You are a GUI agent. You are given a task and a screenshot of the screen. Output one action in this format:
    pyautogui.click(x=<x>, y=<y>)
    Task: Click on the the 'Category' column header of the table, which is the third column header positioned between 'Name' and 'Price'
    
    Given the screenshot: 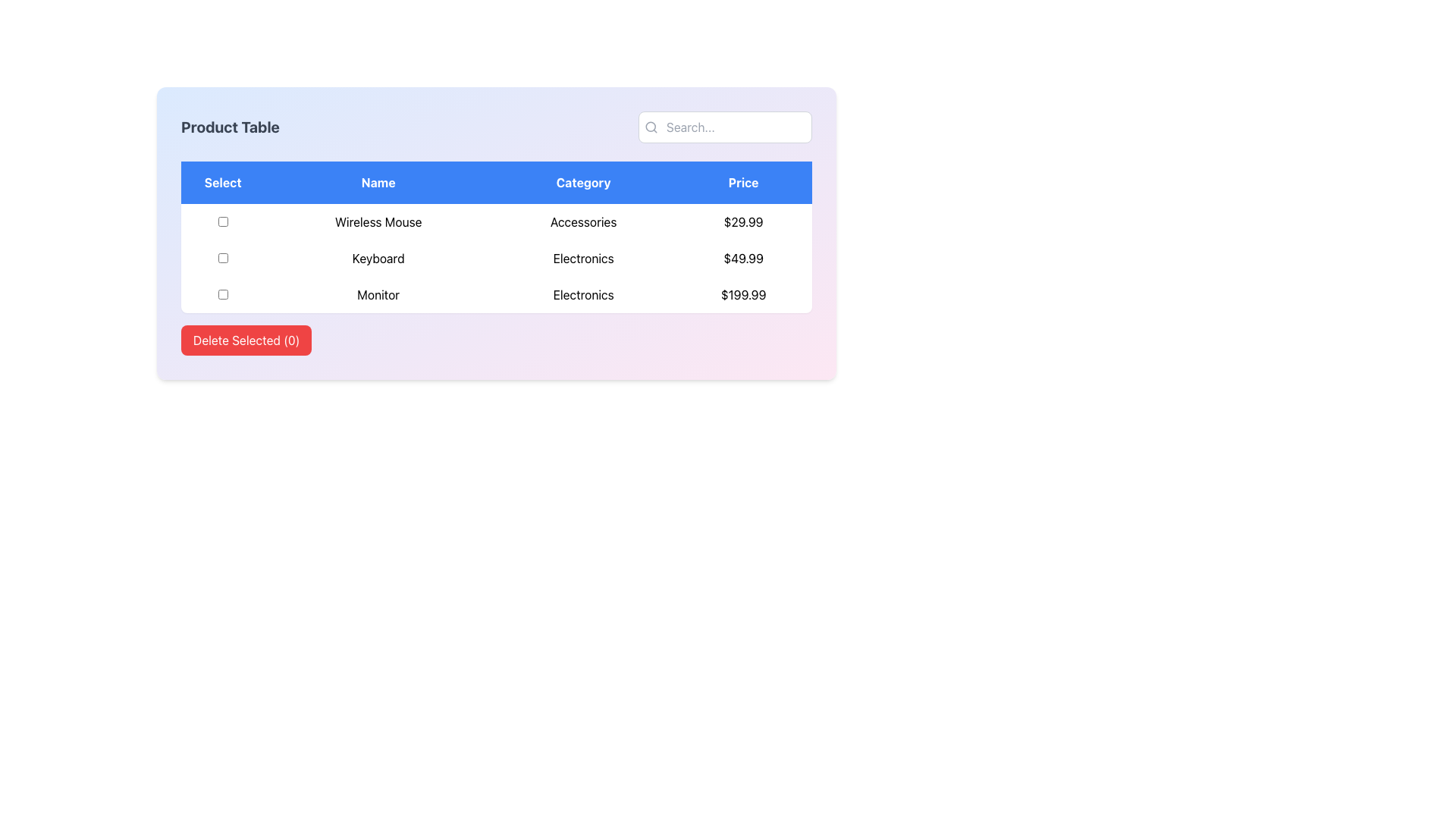 What is the action you would take?
    pyautogui.click(x=582, y=181)
    